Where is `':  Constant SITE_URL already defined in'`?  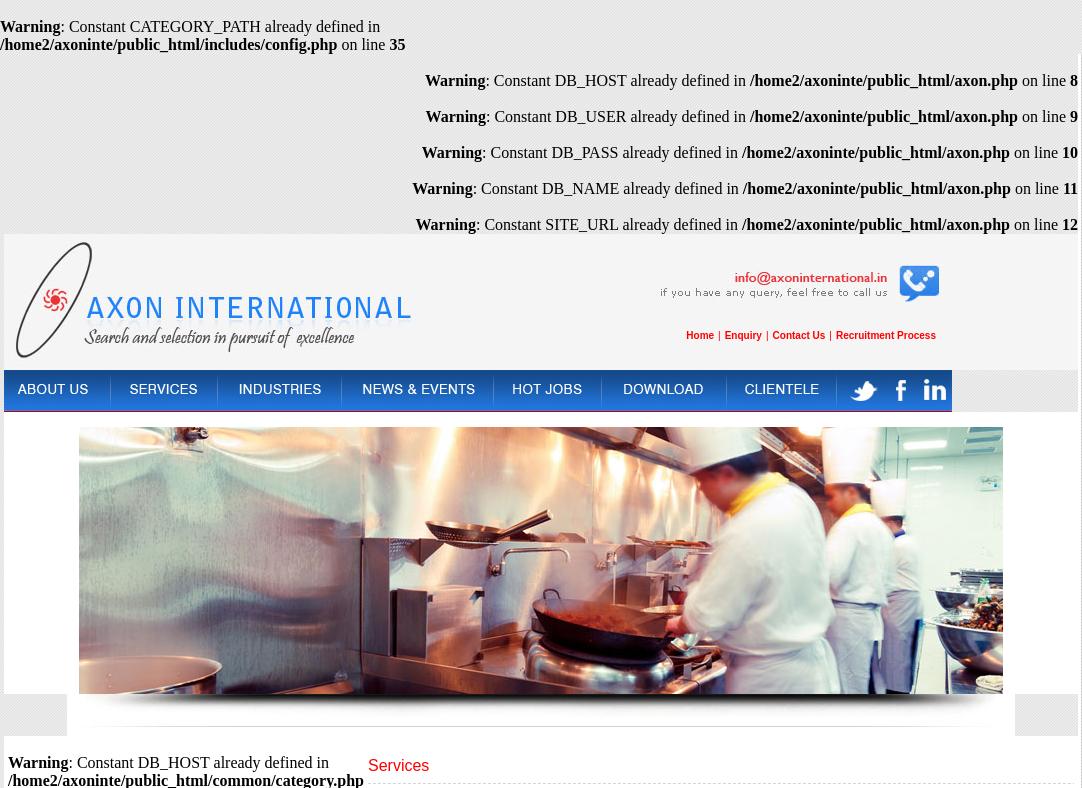
':  Constant SITE_URL already defined in' is located at coordinates (606, 223).